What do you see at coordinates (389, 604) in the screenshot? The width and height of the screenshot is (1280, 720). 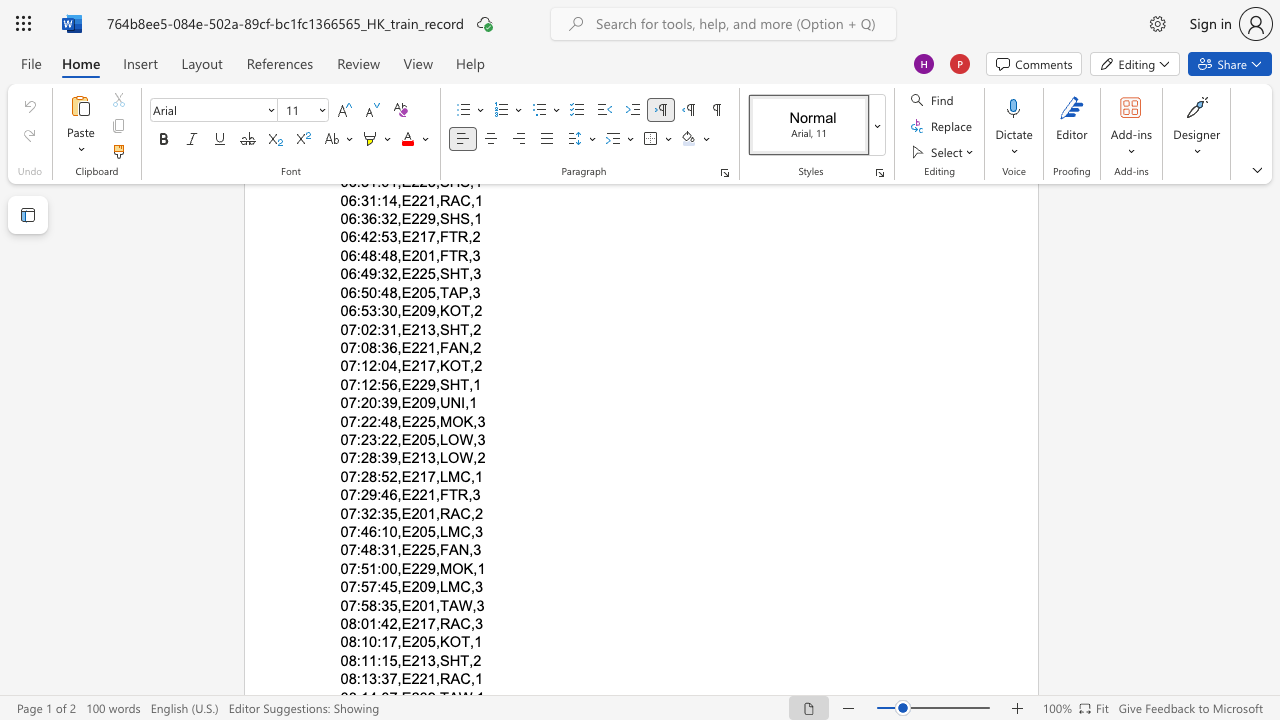 I see `the subset text "5,E201,T" within the text "07:58:35,E201,TAW,3"` at bounding box center [389, 604].